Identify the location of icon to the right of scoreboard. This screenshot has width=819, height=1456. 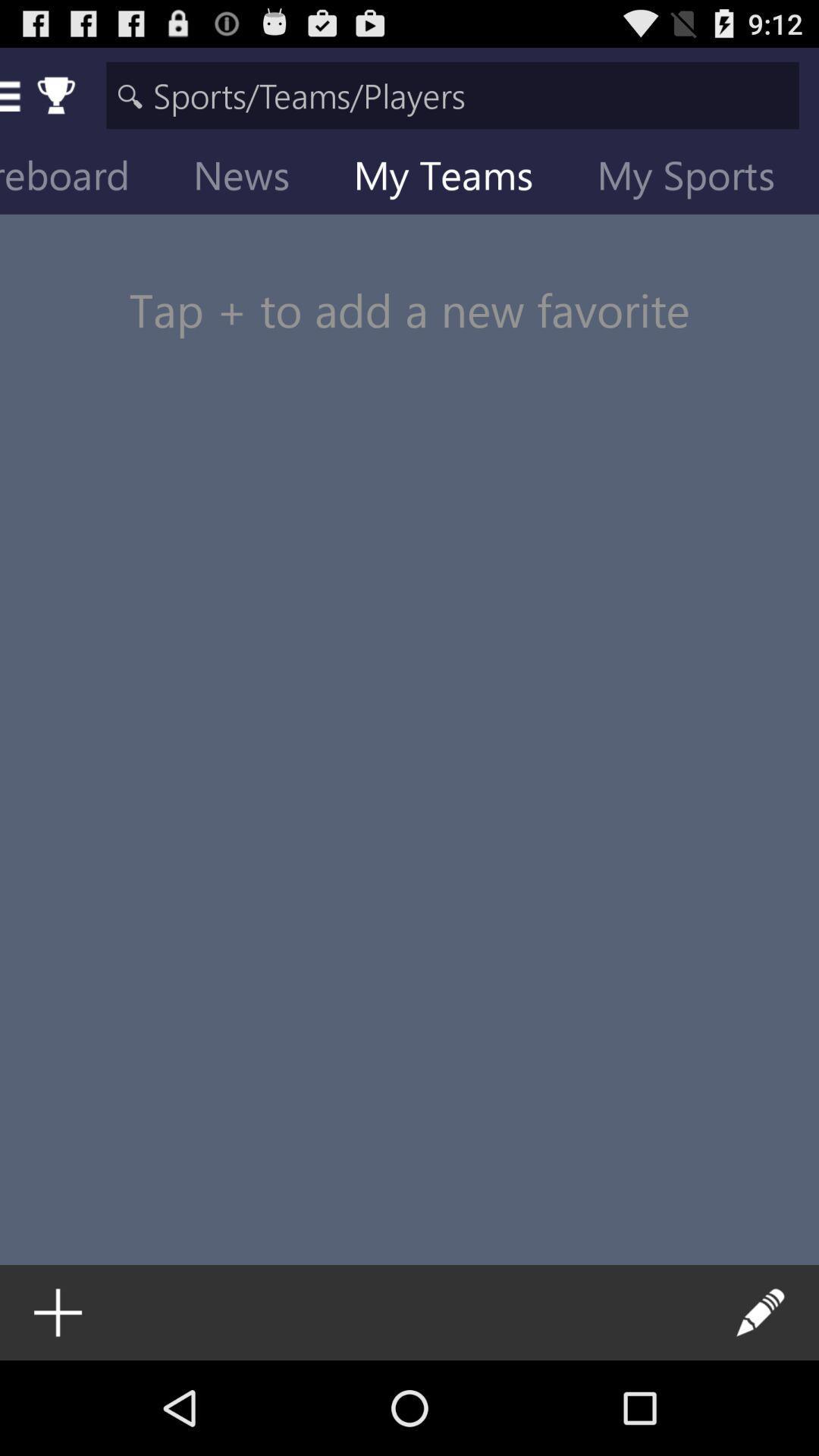
(253, 178).